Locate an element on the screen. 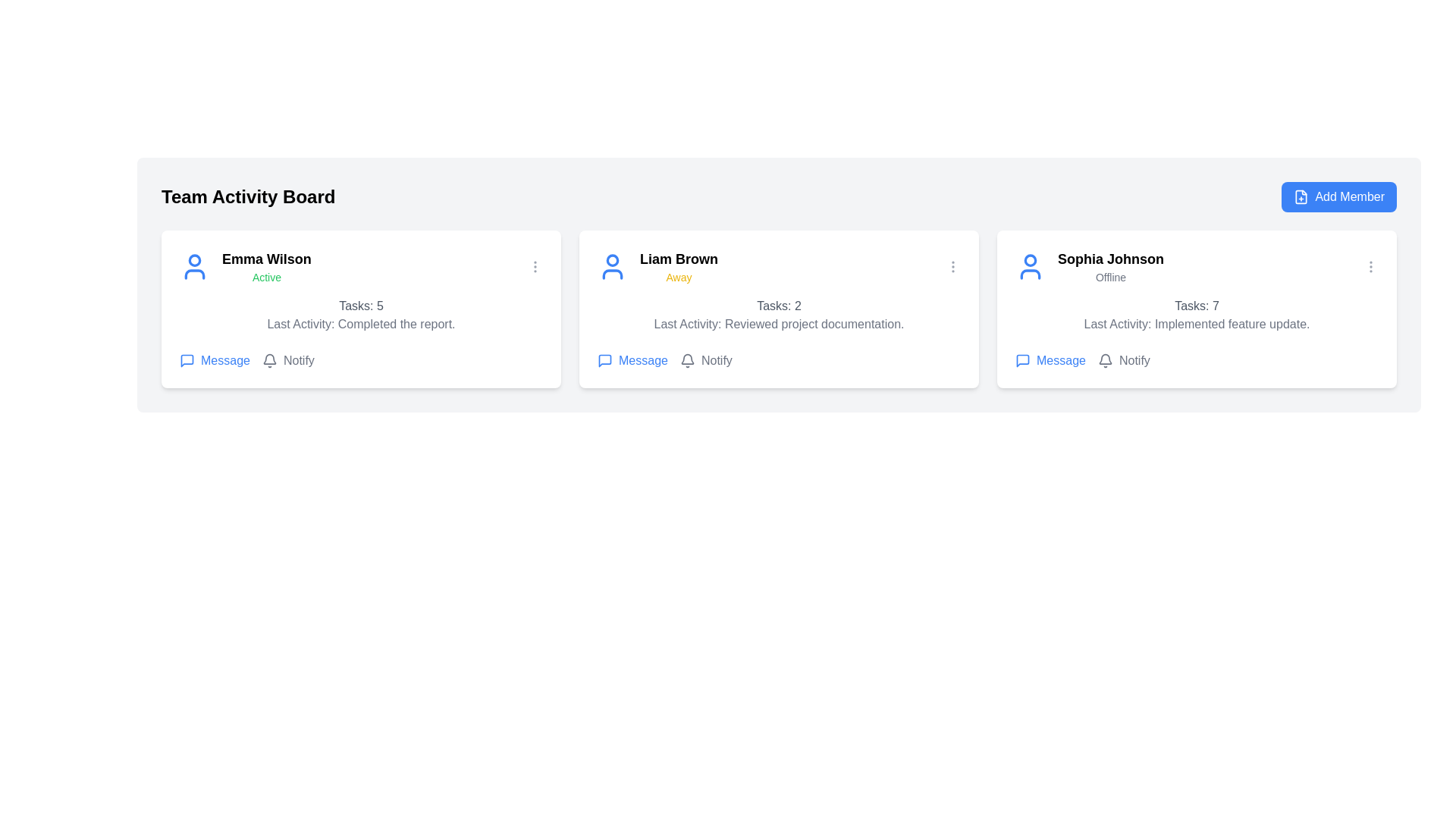 This screenshot has height=819, width=1456. the bell-shaped notification icon located within the 'Notify' option of the last user card related to 'Sophia Johnson' is located at coordinates (1105, 360).